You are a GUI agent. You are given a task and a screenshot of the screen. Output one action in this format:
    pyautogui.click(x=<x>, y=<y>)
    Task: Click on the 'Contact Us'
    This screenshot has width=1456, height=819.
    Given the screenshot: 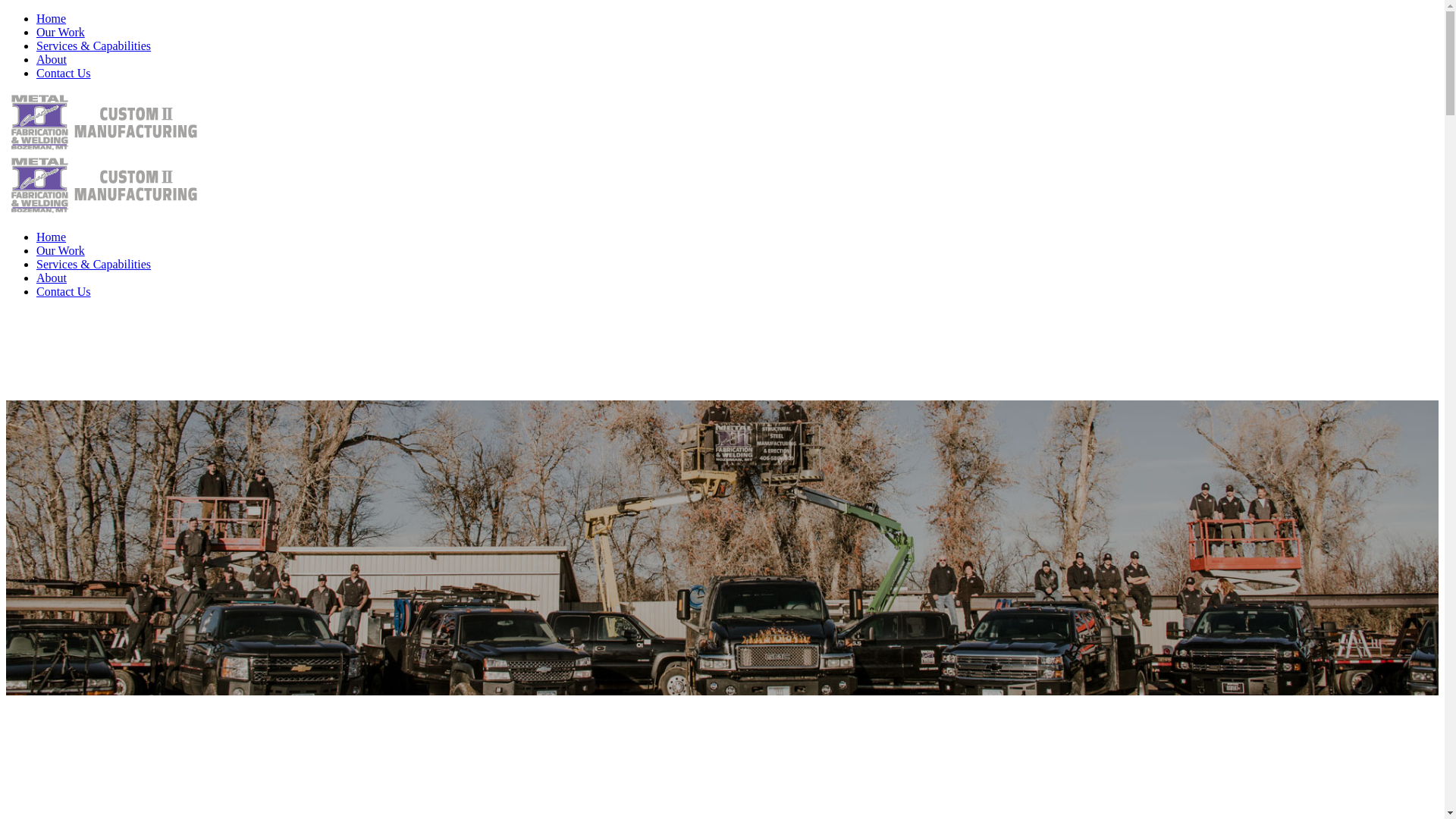 What is the action you would take?
    pyautogui.click(x=62, y=73)
    